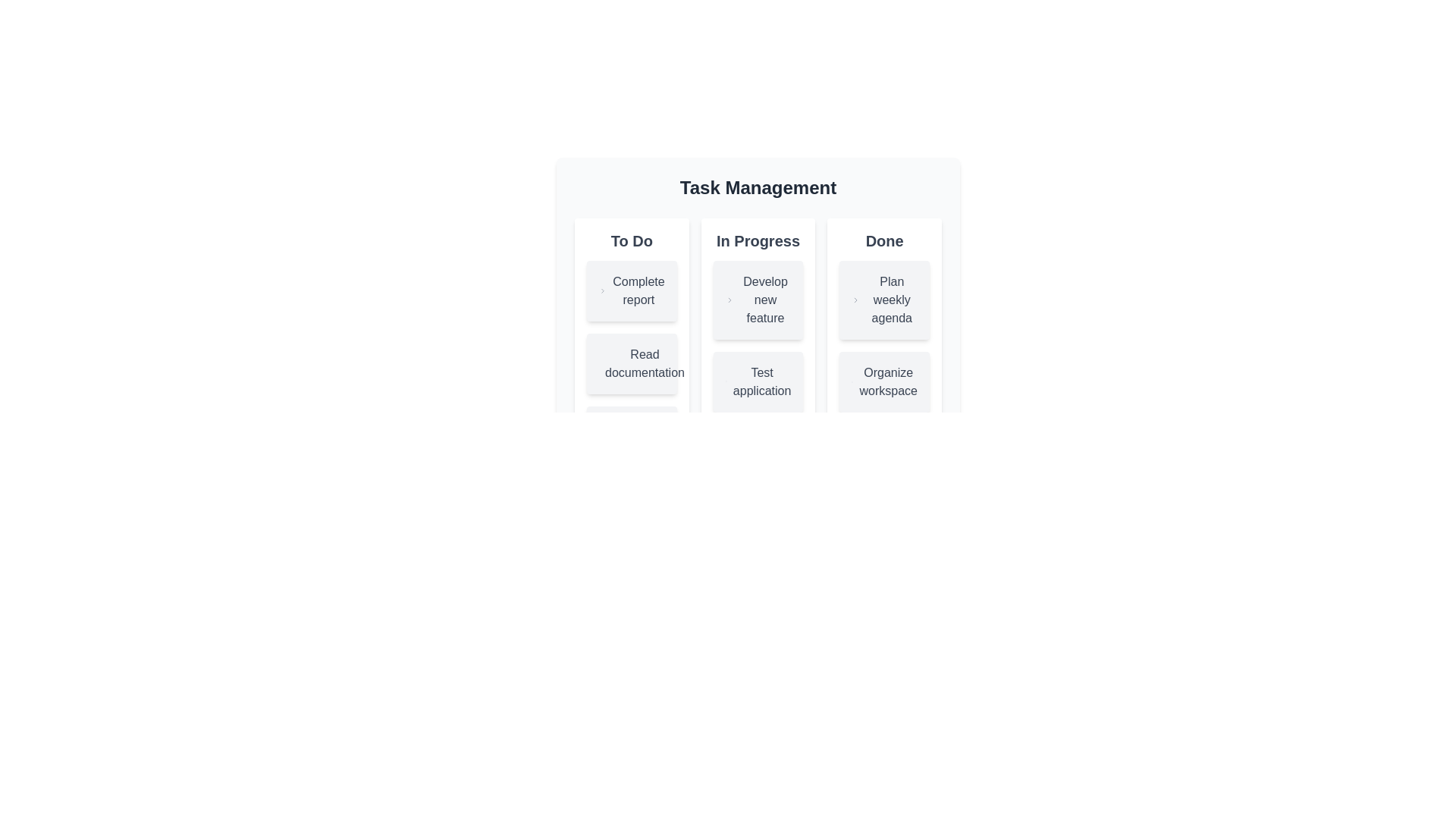 Image resolution: width=1456 pixels, height=819 pixels. What do you see at coordinates (765, 300) in the screenshot?
I see `the text label that reads 'Develop new feature' in the 'In Progress' column of the 'Task Management' interface` at bounding box center [765, 300].